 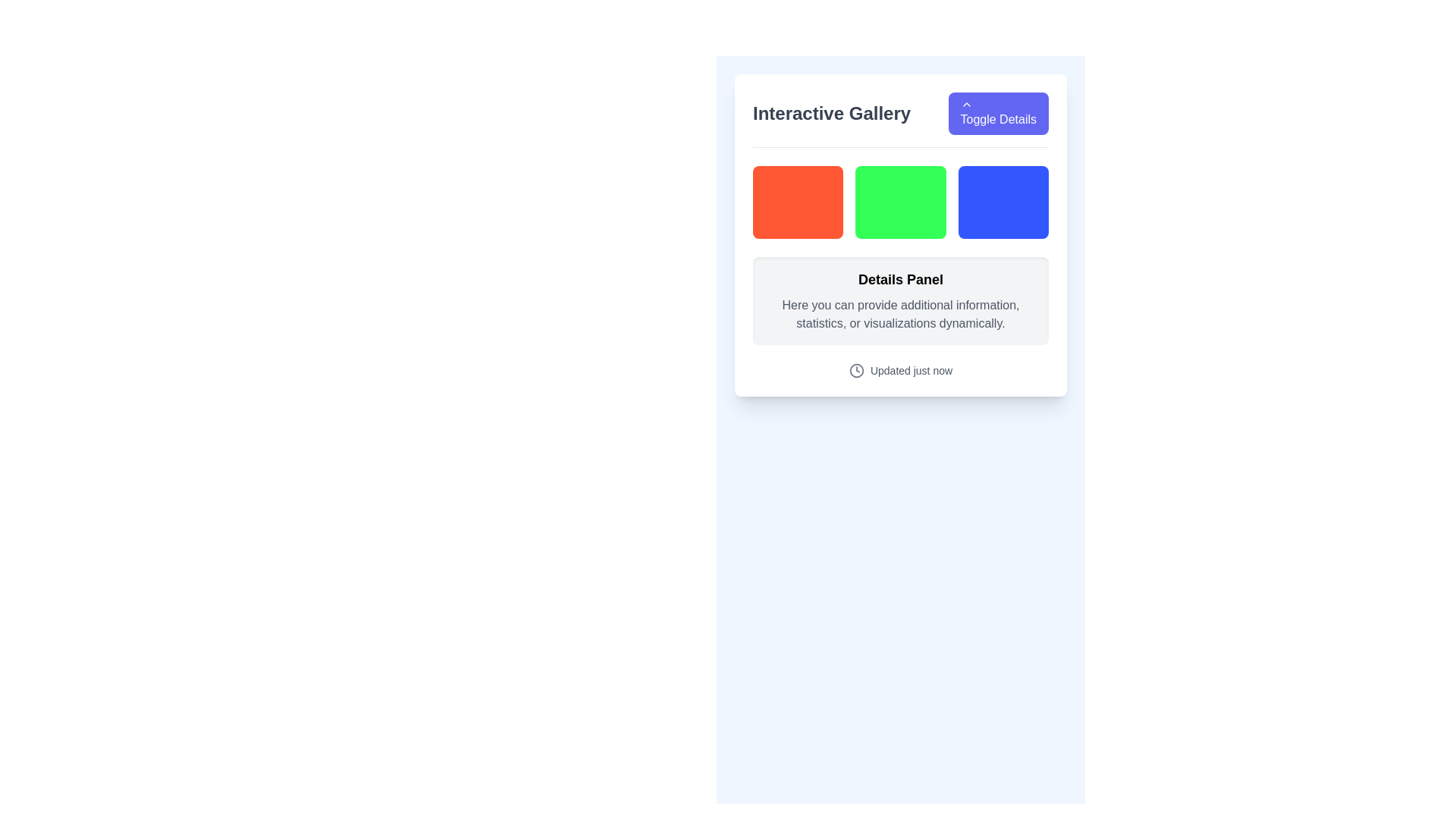 What do you see at coordinates (901, 280) in the screenshot?
I see `the Text Label that serves as the heading for the 'Details Panel' section located near the top-left area of the 'Details' section` at bounding box center [901, 280].